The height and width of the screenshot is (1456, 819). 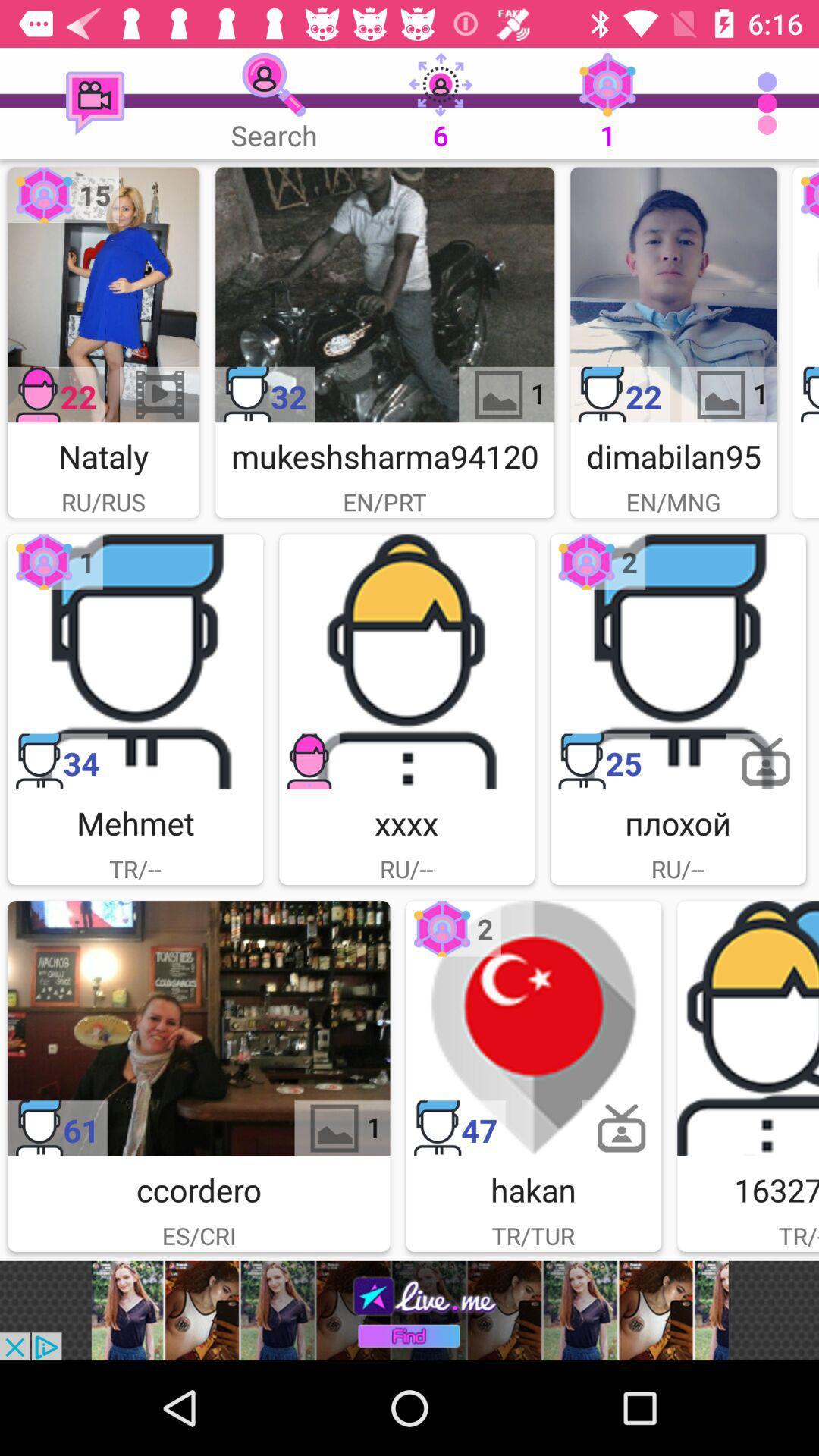 I want to click on choose avatar, so click(x=677, y=661).